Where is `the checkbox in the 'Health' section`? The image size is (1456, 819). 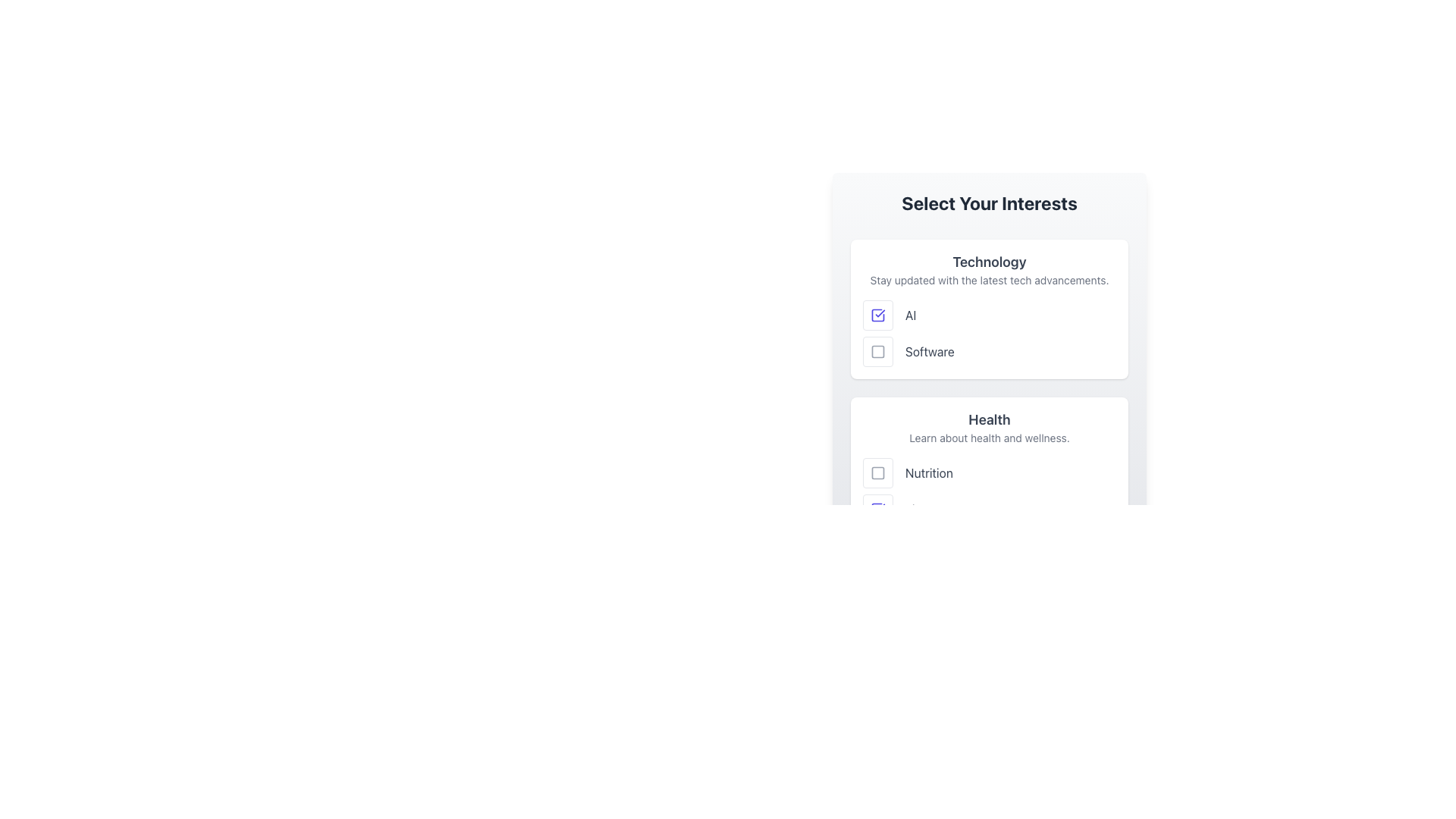
the checkbox in the 'Health' section is located at coordinates (877, 472).